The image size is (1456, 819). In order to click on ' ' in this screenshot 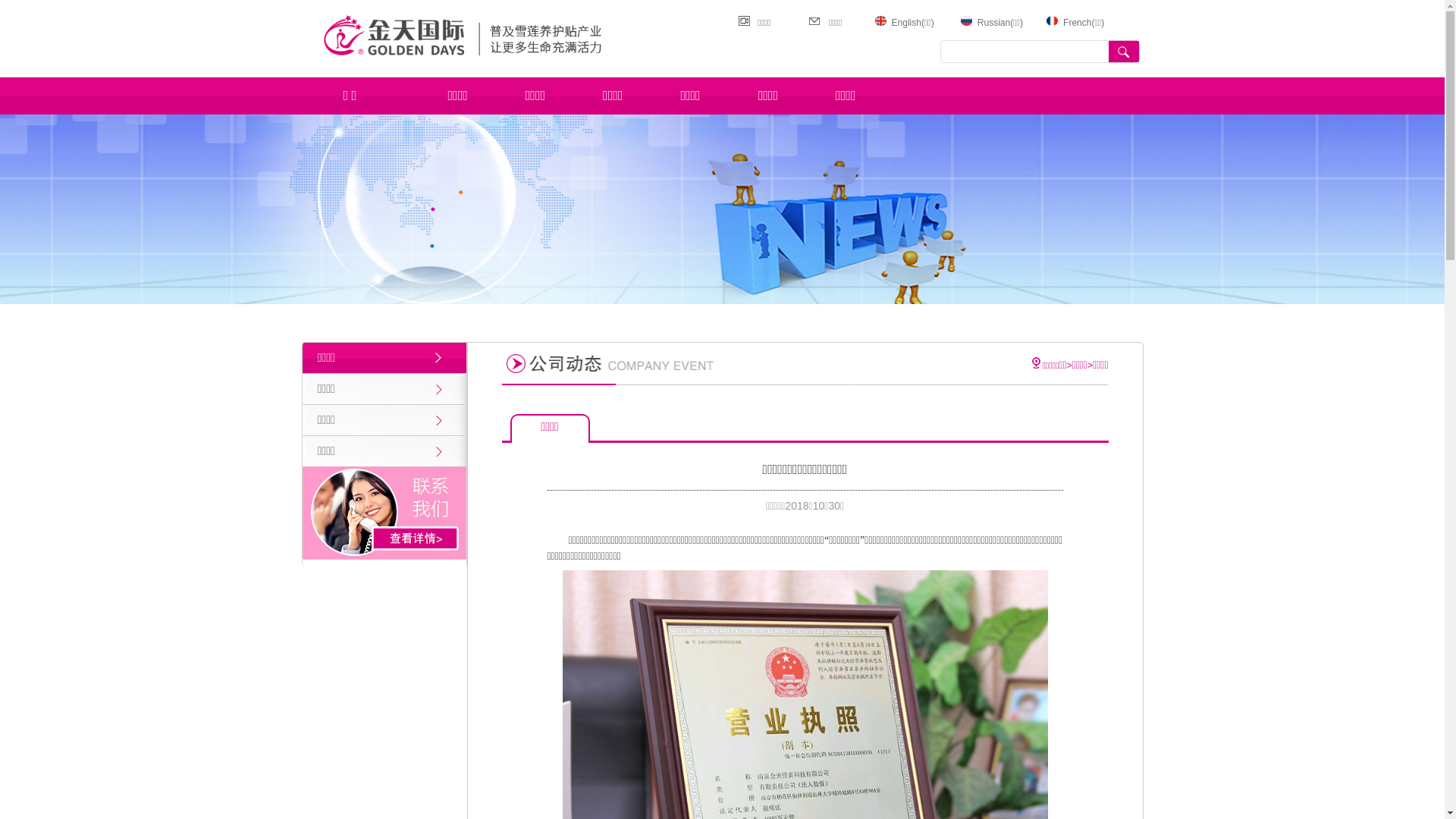, I will do `click(1124, 51)`.